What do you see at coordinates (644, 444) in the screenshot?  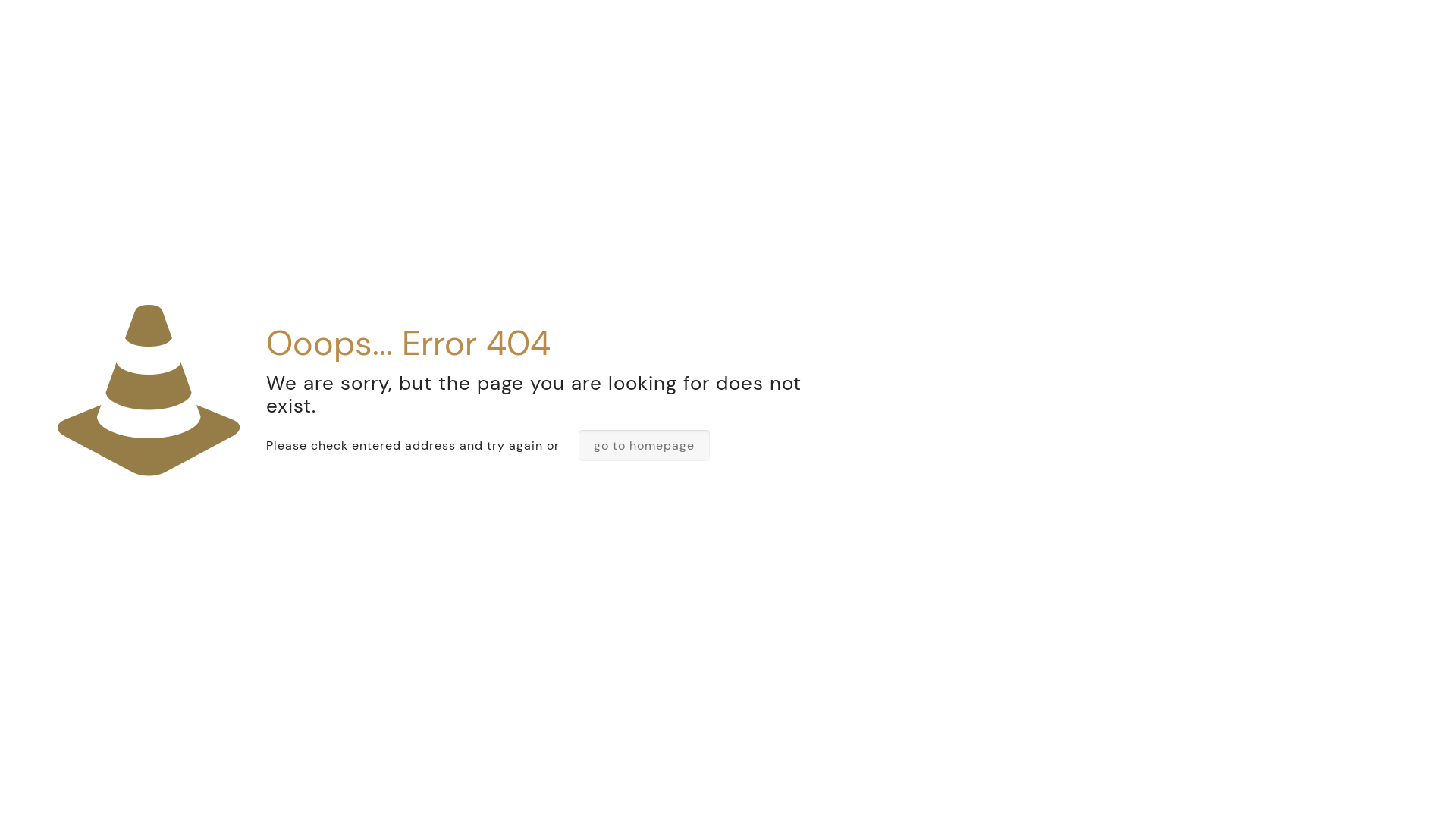 I see `'go to homepage'` at bounding box center [644, 444].